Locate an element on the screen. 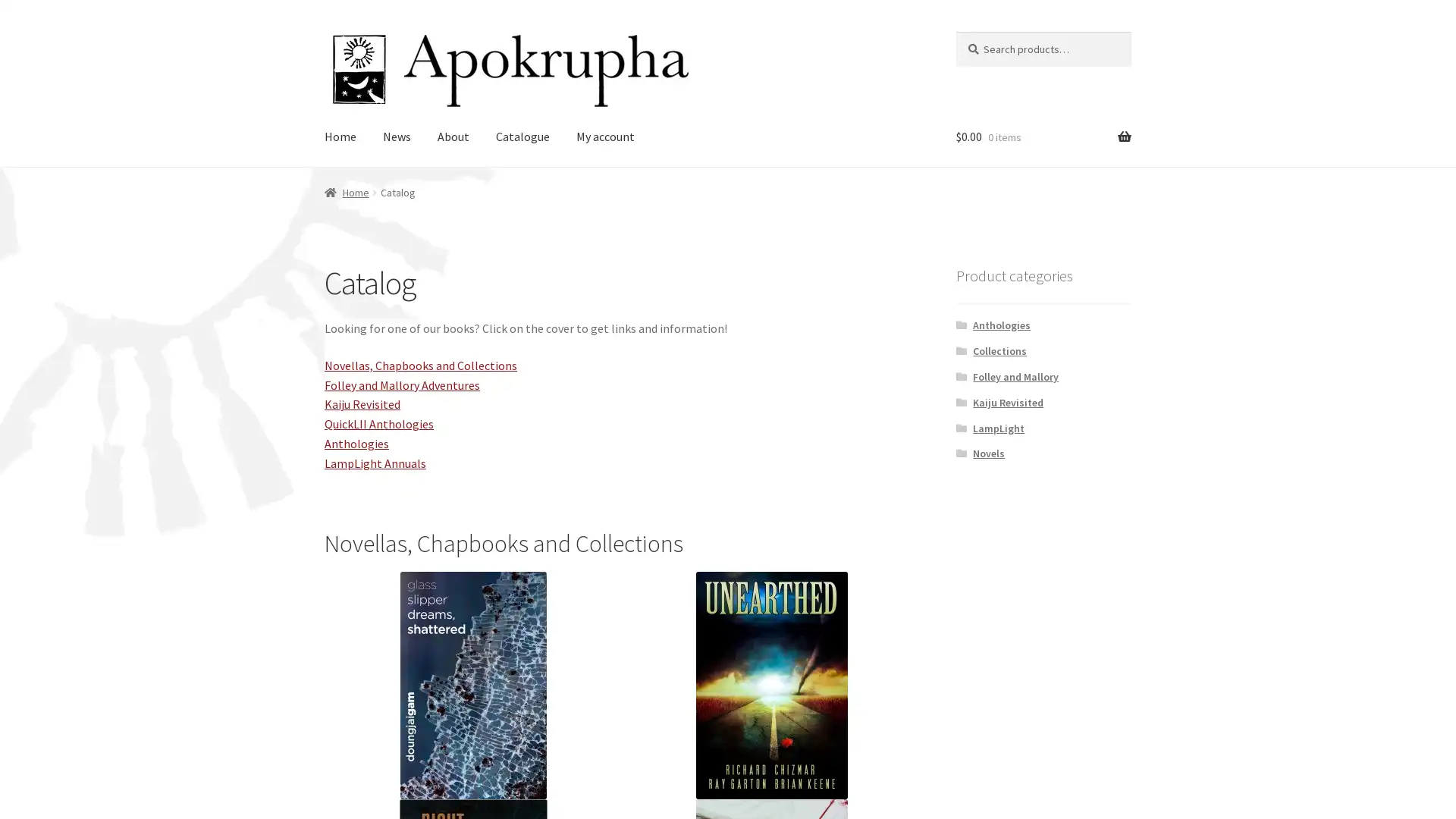 Image resolution: width=1456 pixels, height=819 pixels. Search is located at coordinates (954, 30).